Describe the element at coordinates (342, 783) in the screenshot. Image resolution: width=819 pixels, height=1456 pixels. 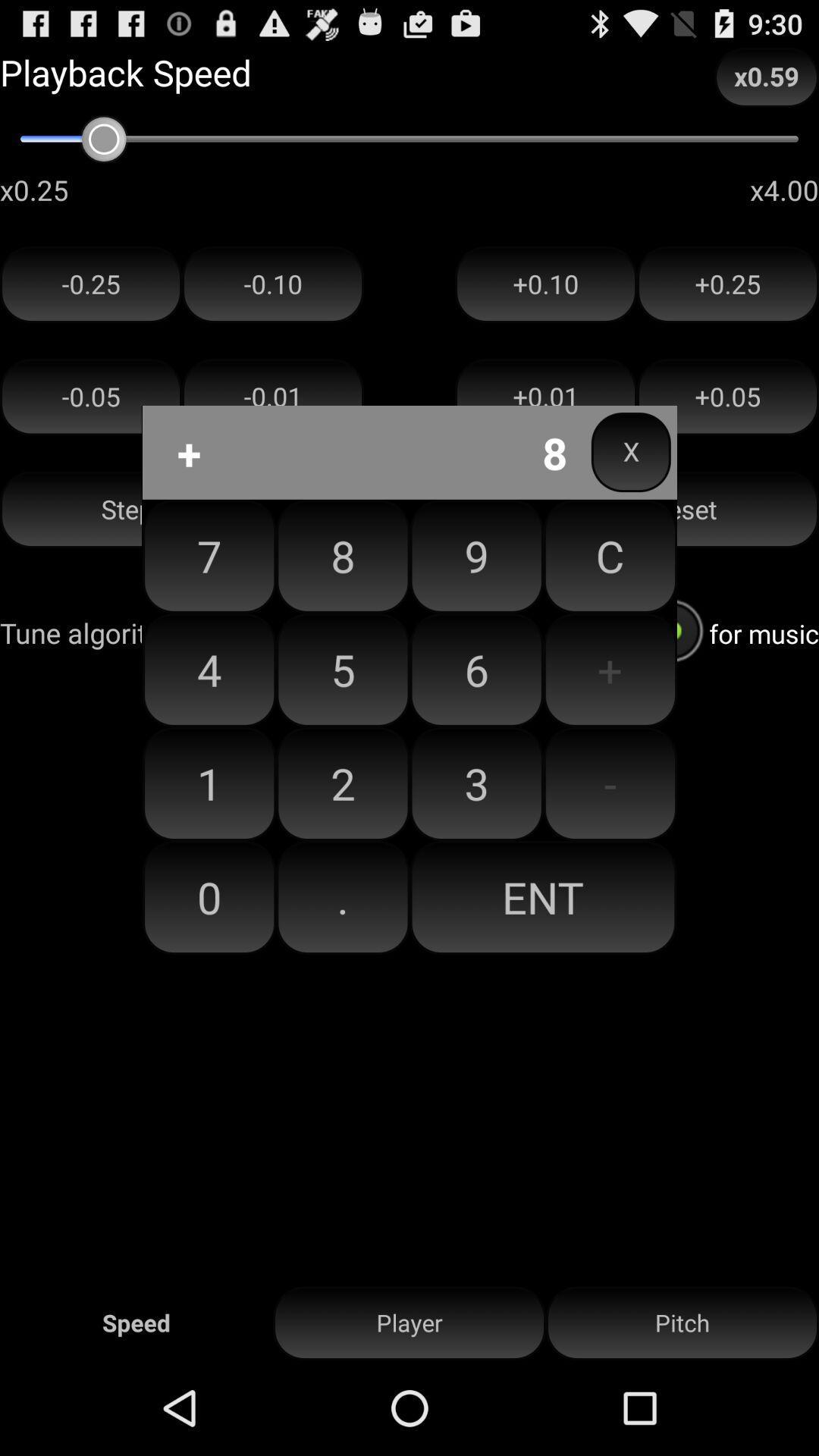
I see `the icon above the 0 icon` at that location.